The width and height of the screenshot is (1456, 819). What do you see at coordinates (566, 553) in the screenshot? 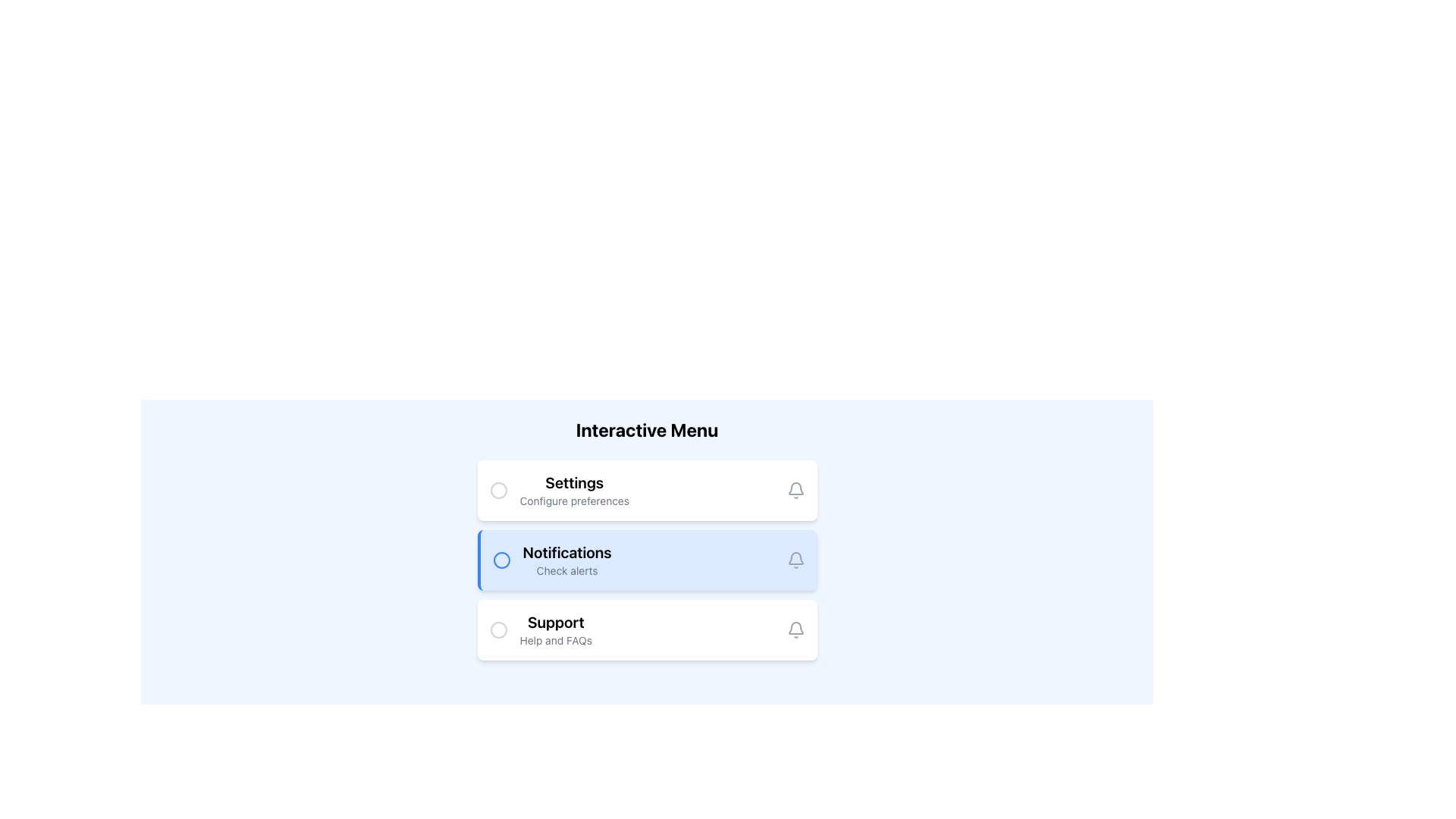
I see `the 'Notifications' title text label, which is the second menu item in the vertical list, located between 'Settings' and 'Support'` at bounding box center [566, 553].